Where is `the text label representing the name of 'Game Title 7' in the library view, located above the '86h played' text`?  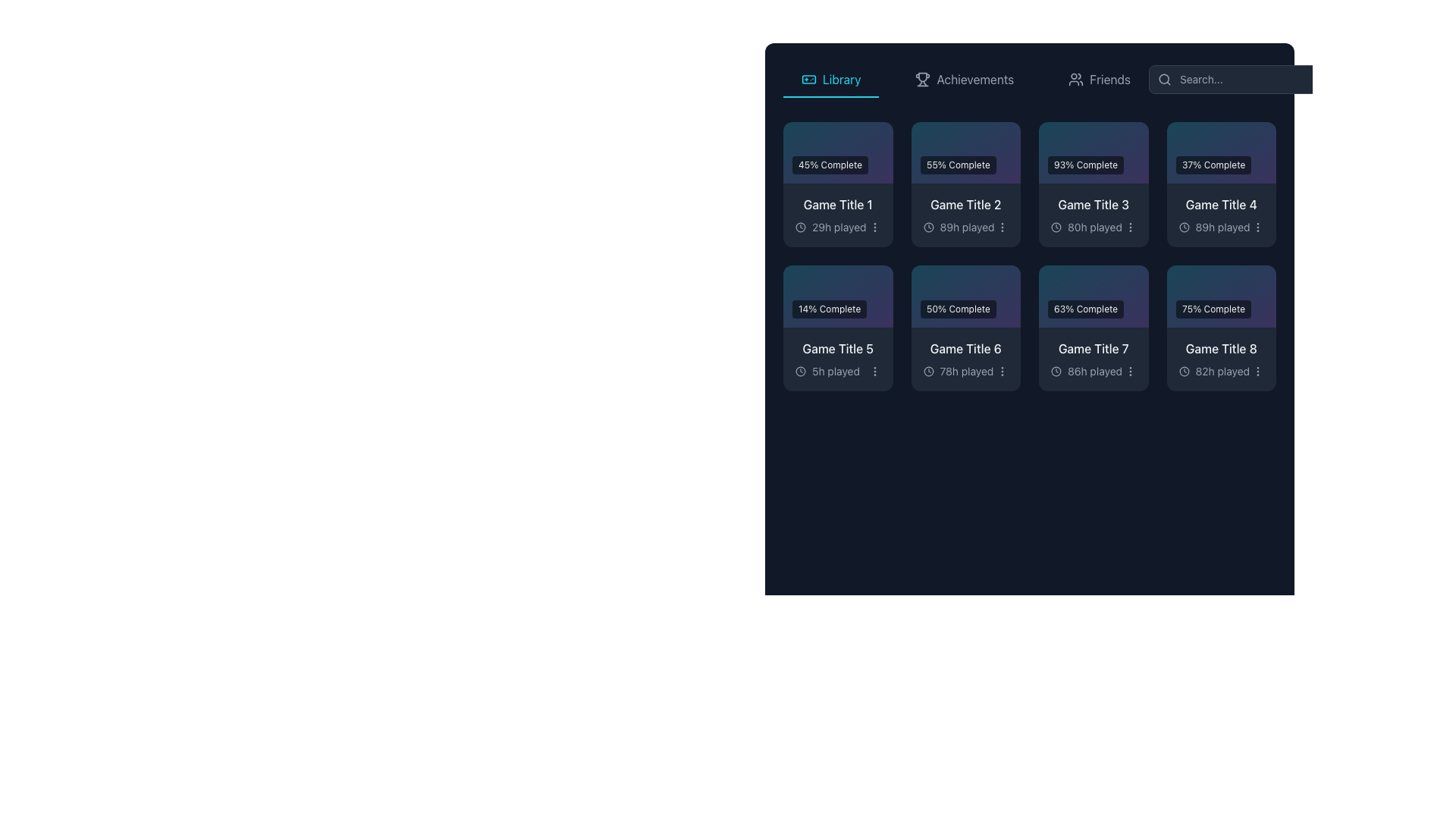
the text label representing the name of 'Game Title 7' in the library view, located above the '86h played' text is located at coordinates (1094, 348).